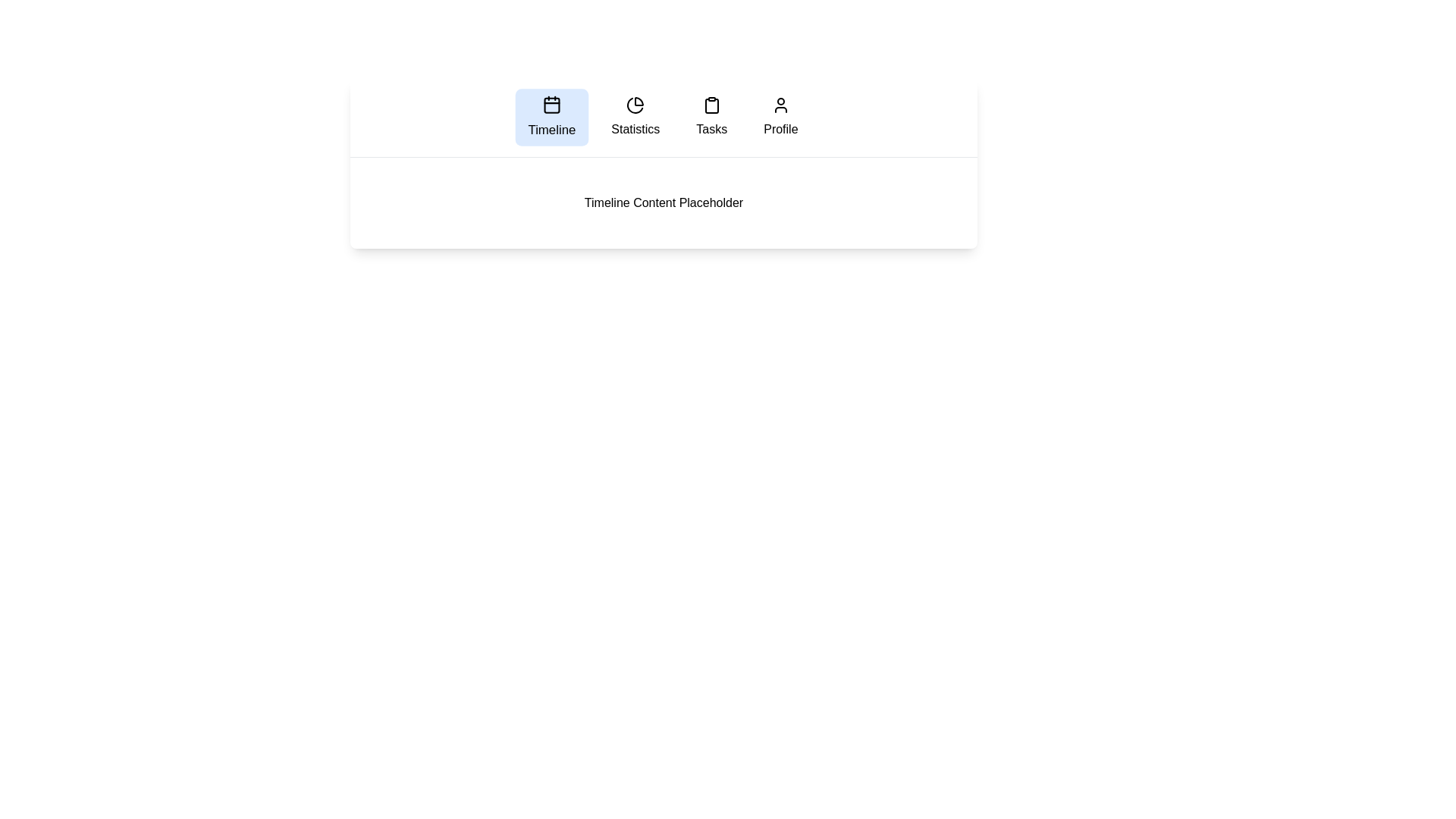 Image resolution: width=1456 pixels, height=819 pixels. What do you see at coordinates (551, 116) in the screenshot?
I see `the tab labeled Timeline to navigate to it` at bounding box center [551, 116].